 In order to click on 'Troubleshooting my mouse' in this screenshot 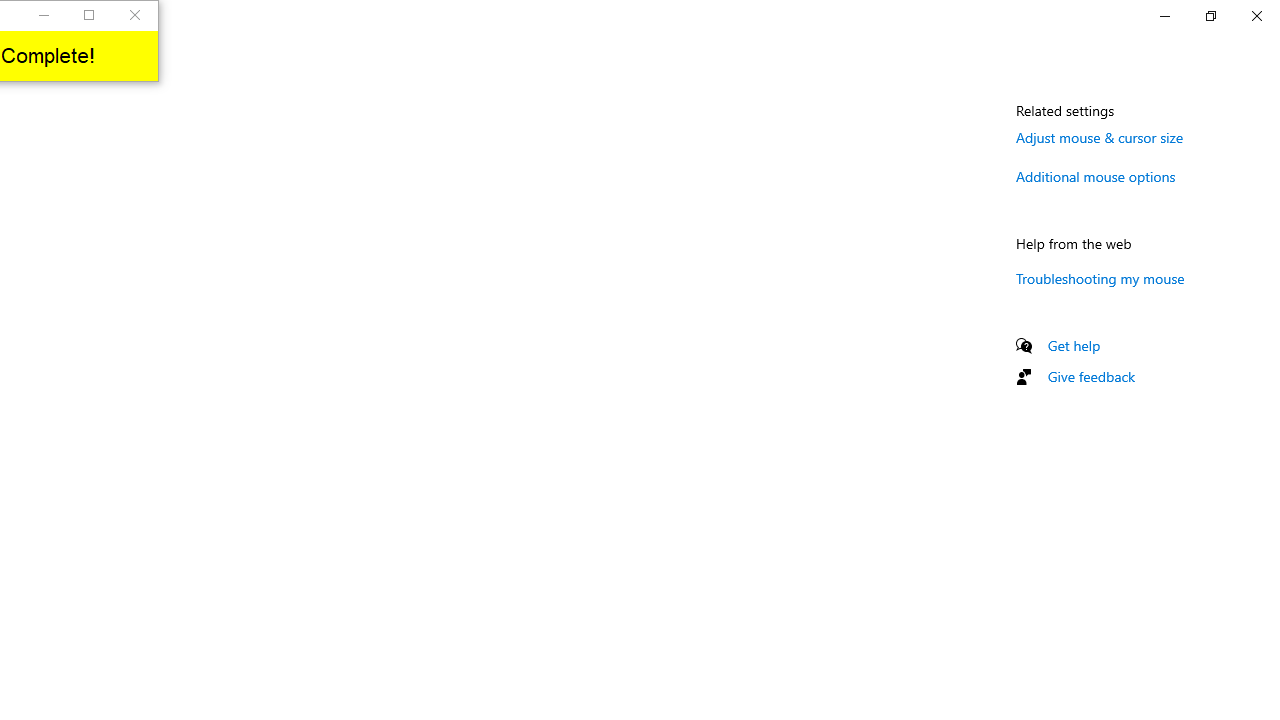, I will do `click(1099, 278)`.